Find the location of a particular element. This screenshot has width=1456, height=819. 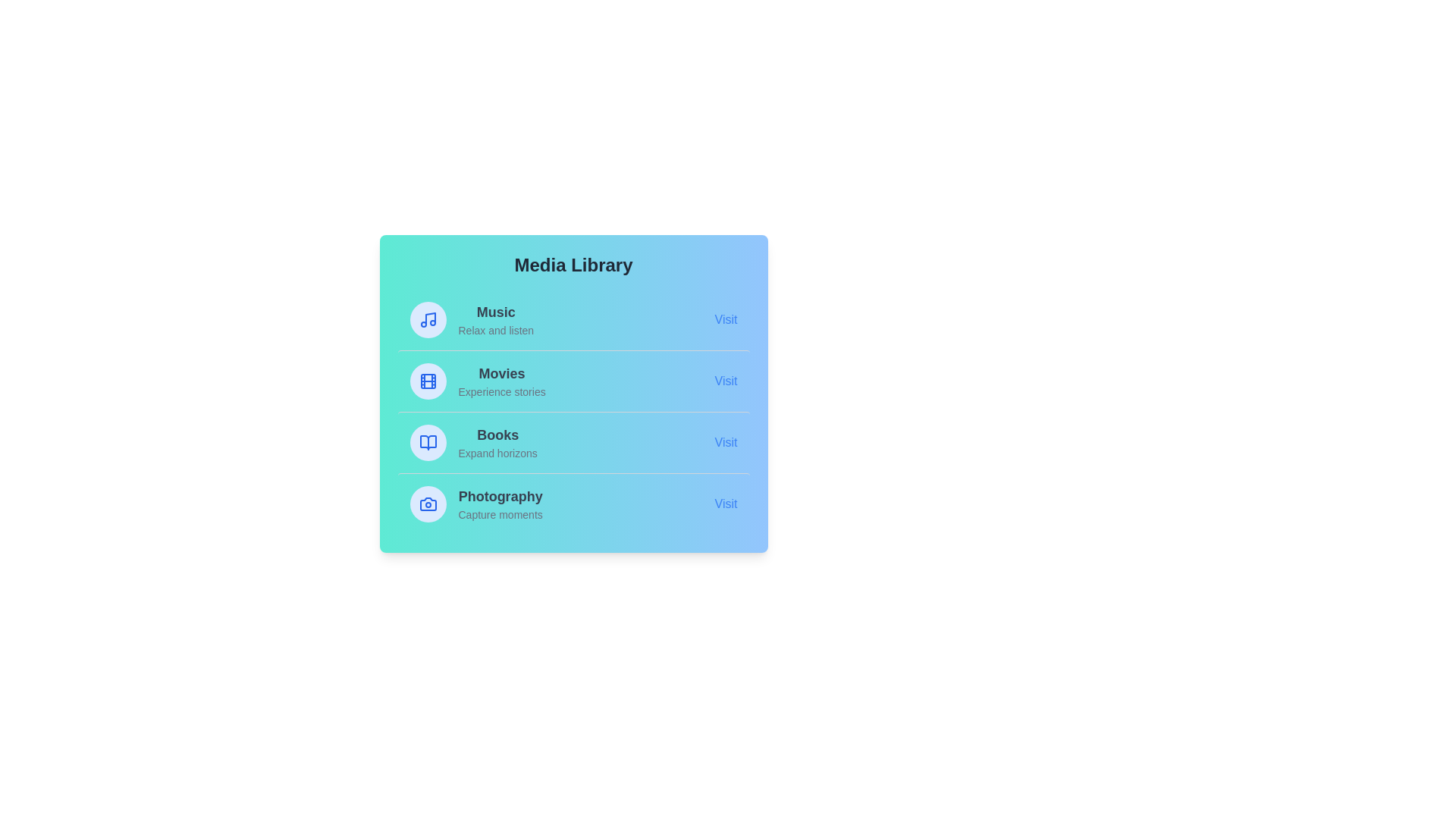

the 'Visit' link for Music is located at coordinates (725, 318).